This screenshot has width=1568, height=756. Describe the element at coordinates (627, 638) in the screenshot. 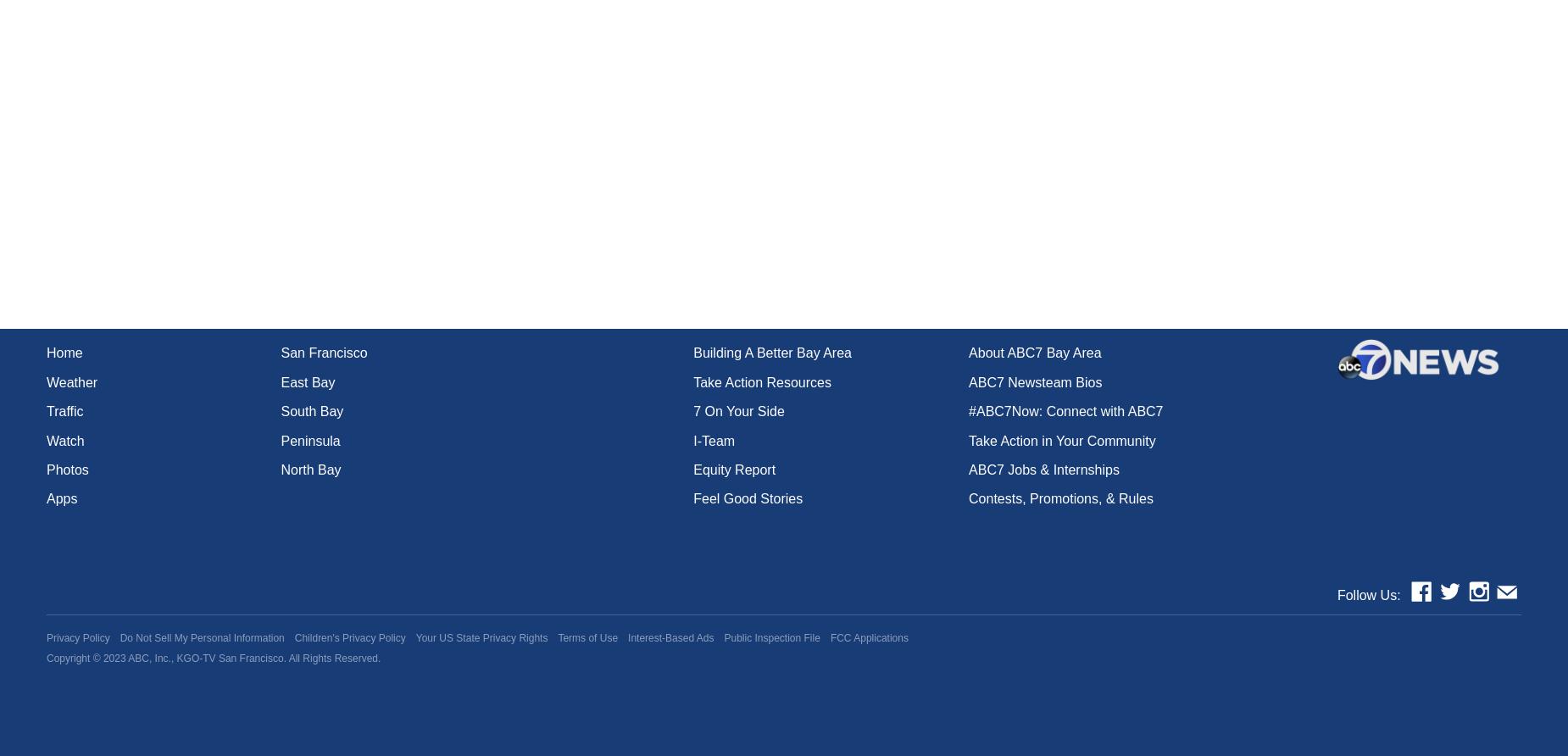

I see `'Interest-Based Ads'` at that location.